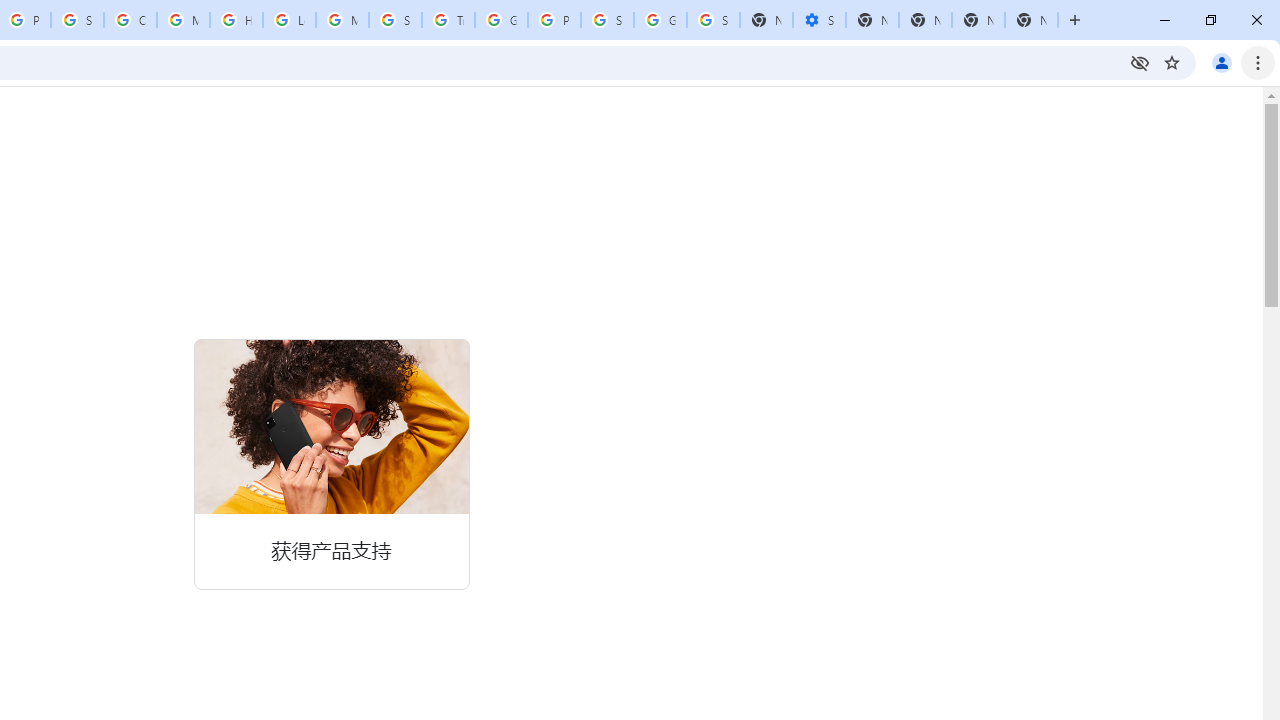 Image resolution: width=1280 pixels, height=720 pixels. I want to click on 'New Tab', so click(1031, 20).